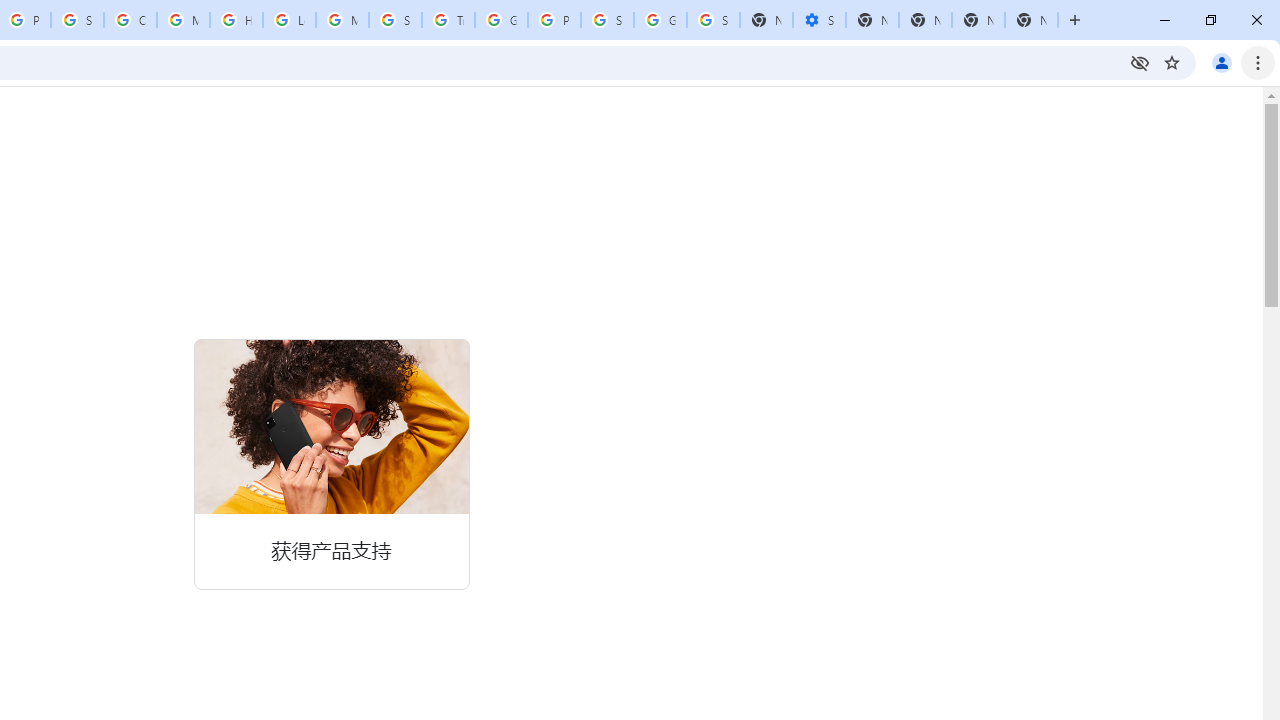 Image resolution: width=1280 pixels, height=720 pixels. I want to click on 'New Tab', so click(1031, 20).